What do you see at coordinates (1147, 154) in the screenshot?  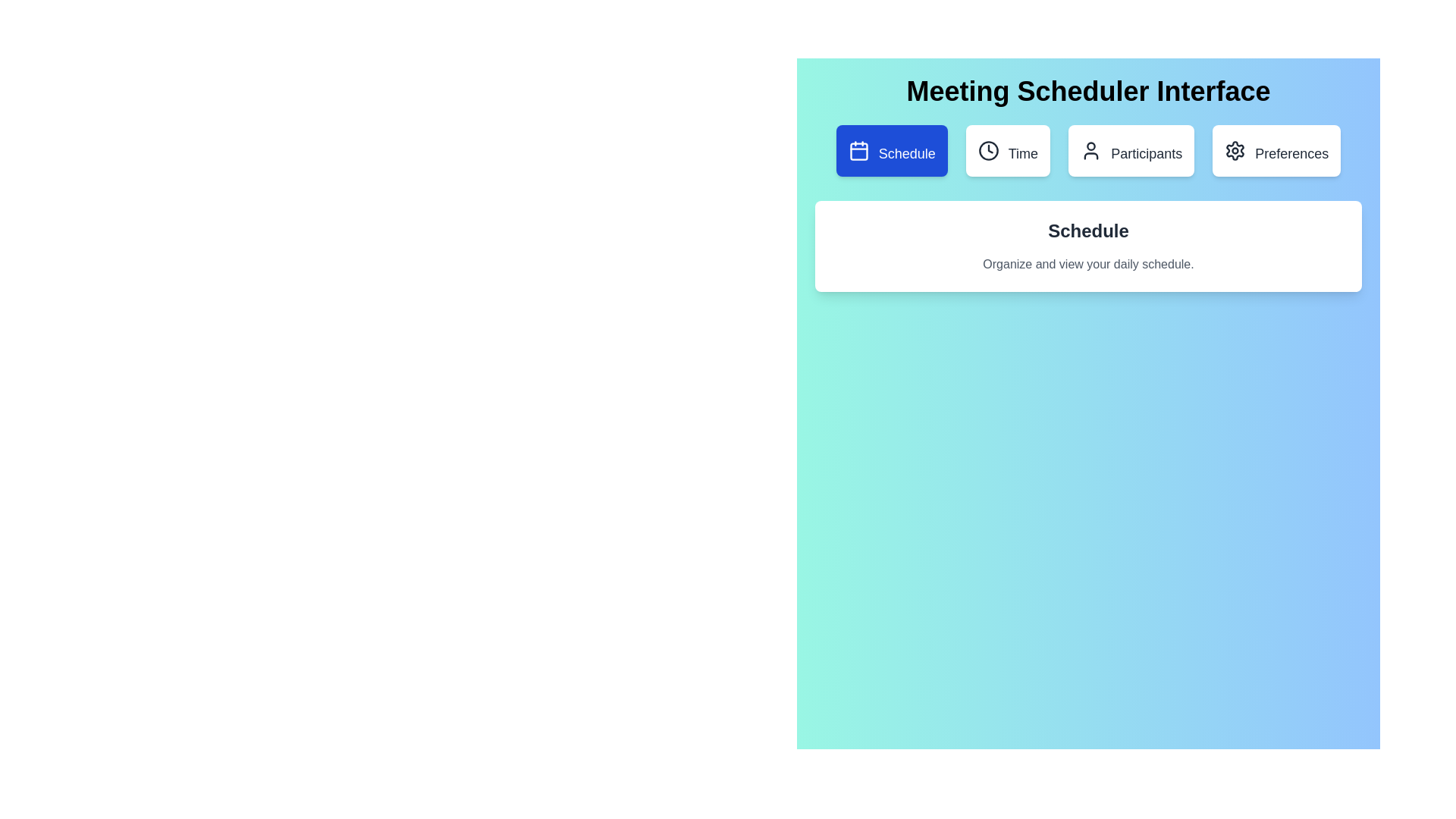 I see `the button labeled 'Participants' that serves as a visual label for managing or viewing participants, located centrally aligned in the second button from the left on the row` at bounding box center [1147, 154].